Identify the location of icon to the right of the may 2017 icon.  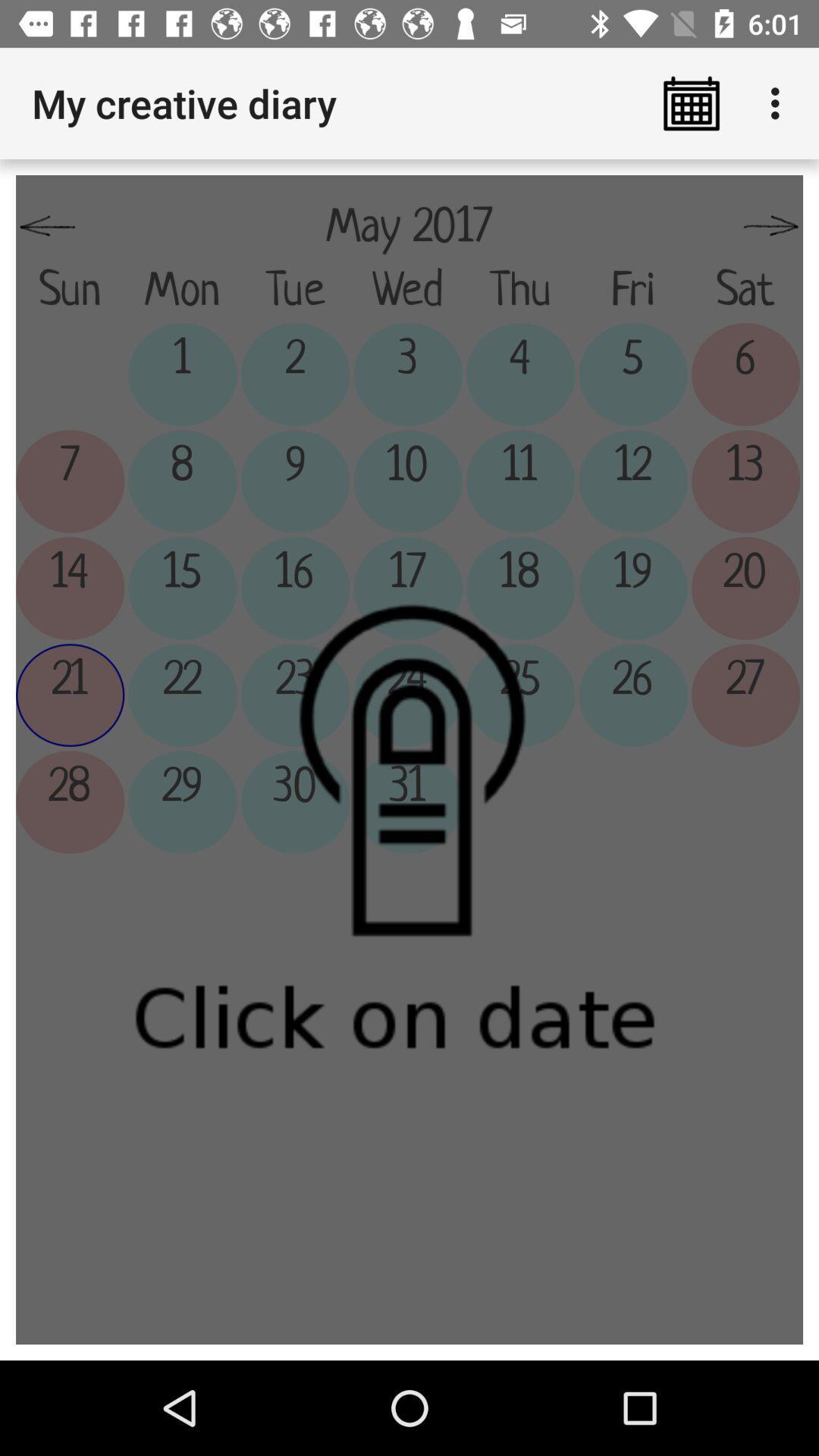
(771, 226).